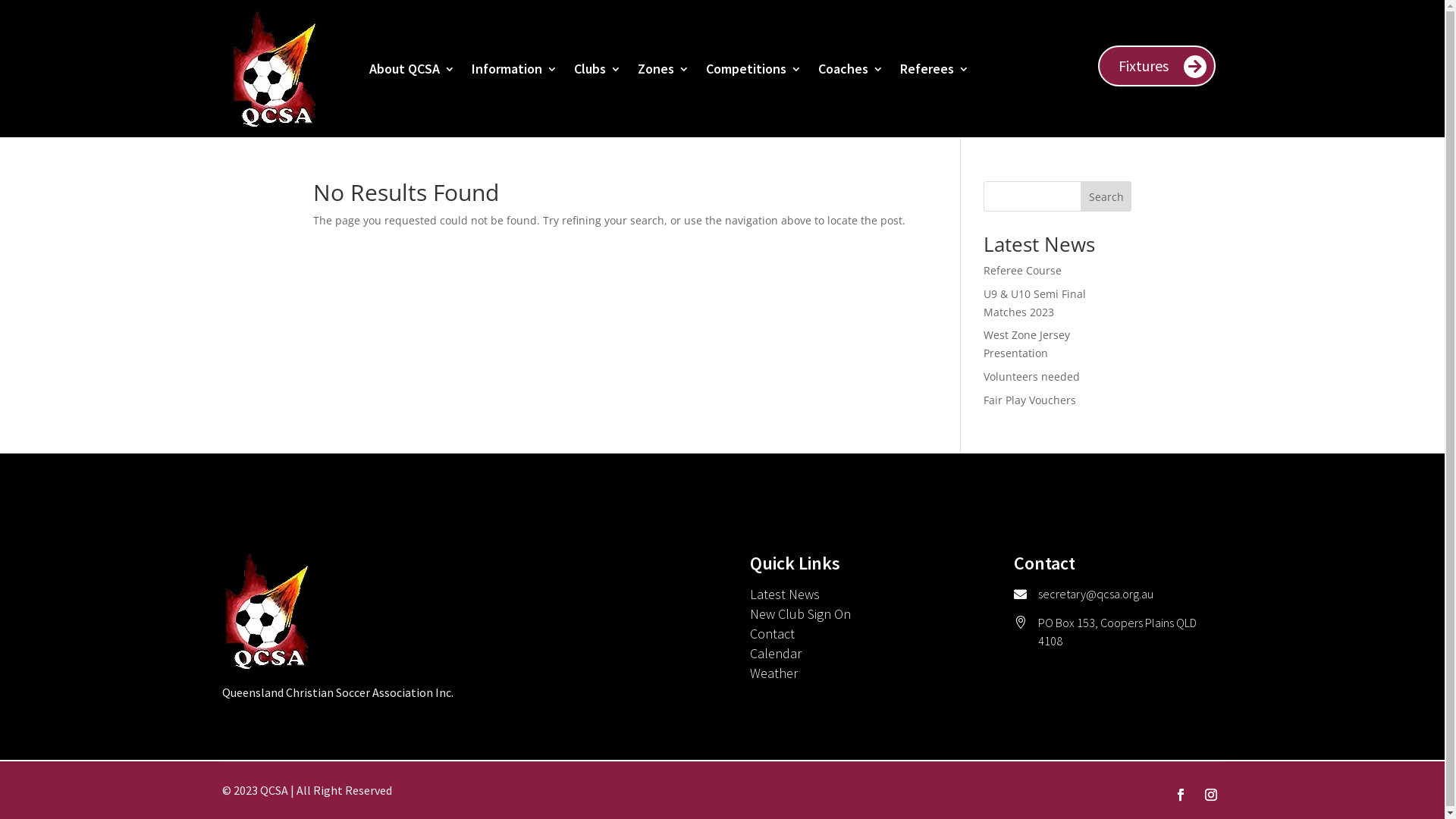  I want to click on 'West Zone Jersey Presentation', so click(1026, 344).